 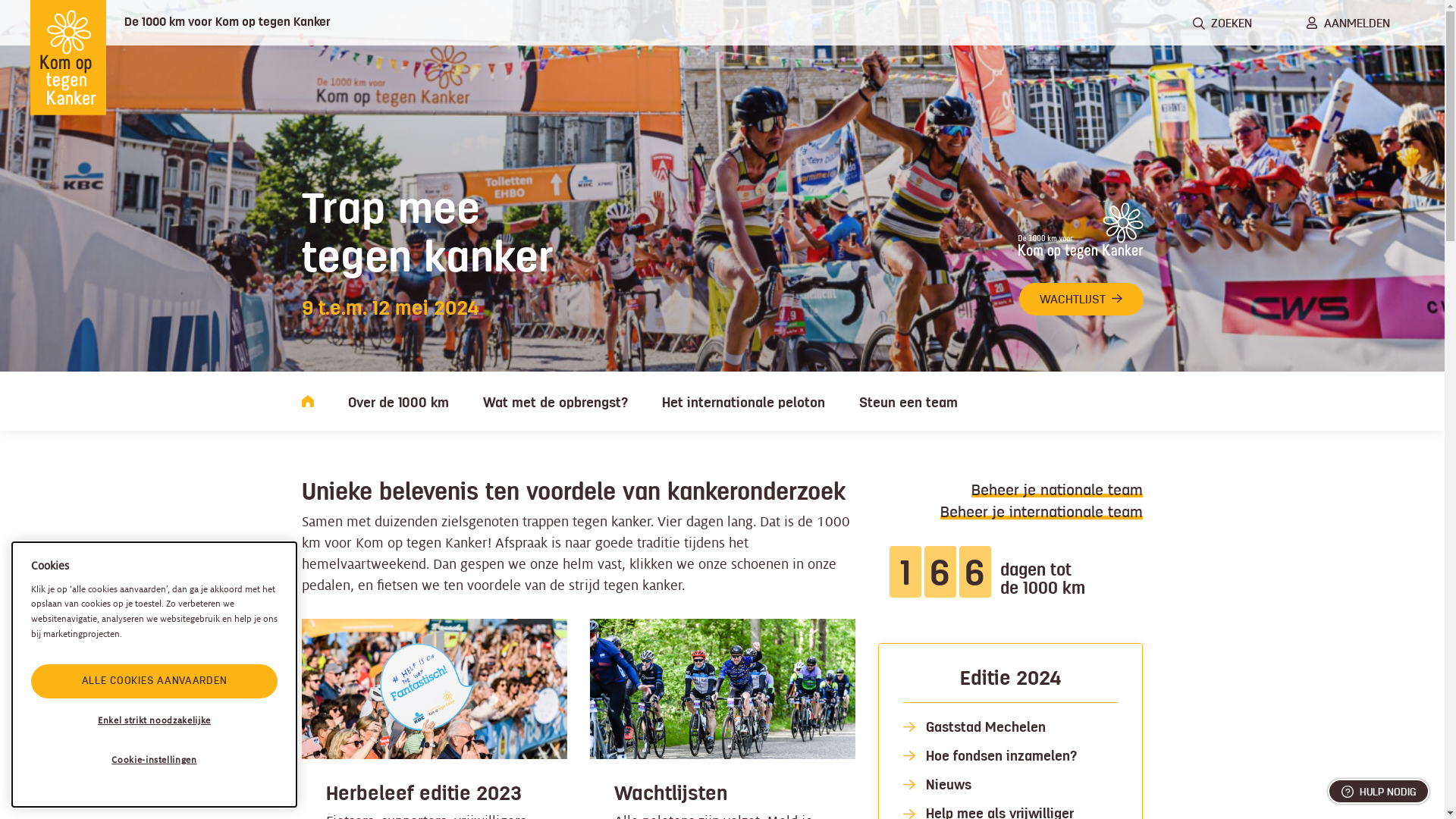 What do you see at coordinates (907, 400) in the screenshot?
I see `'Steun een team'` at bounding box center [907, 400].